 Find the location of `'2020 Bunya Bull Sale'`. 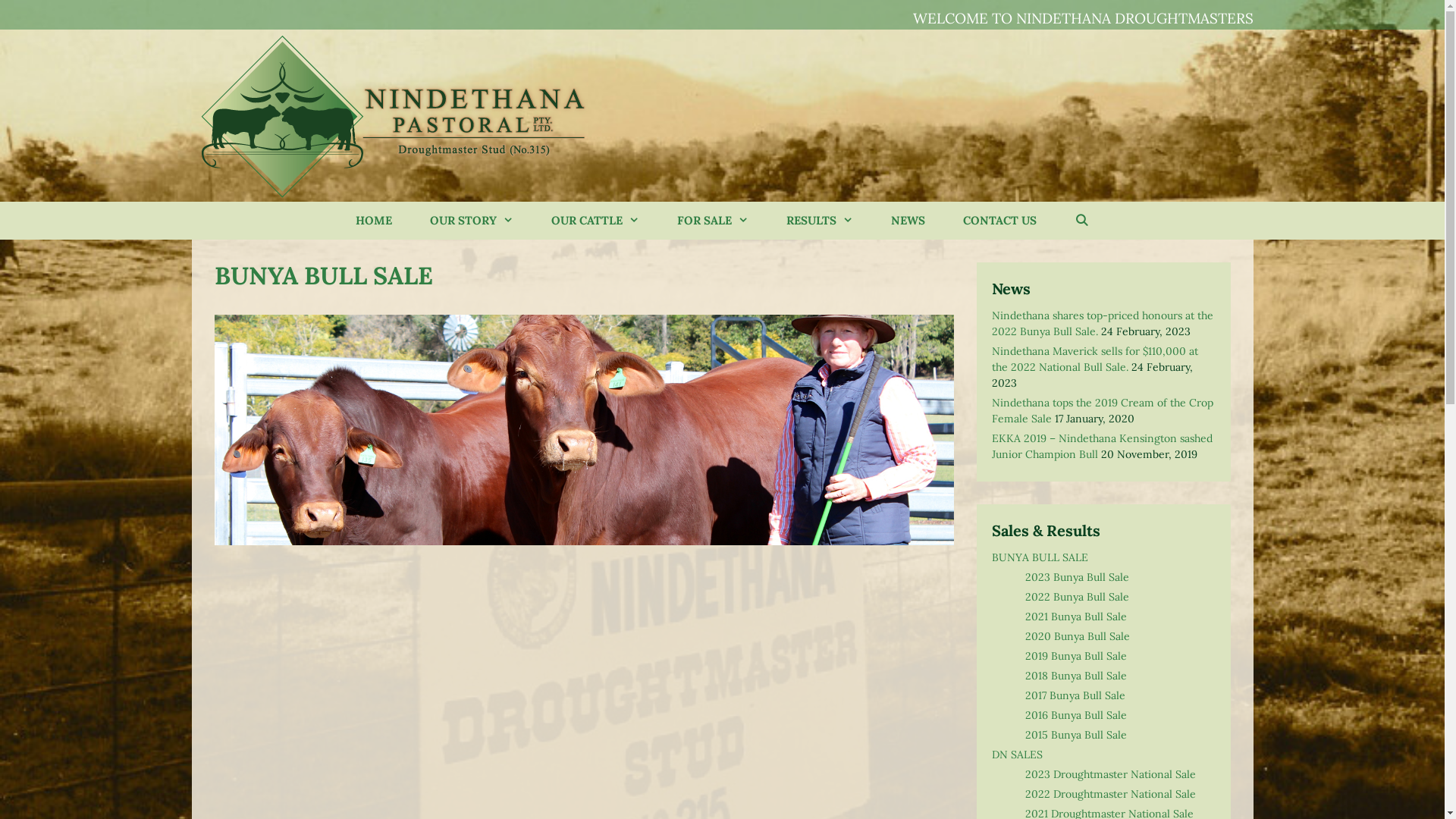

'2020 Bunya Bull Sale' is located at coordinates (1025, 636).